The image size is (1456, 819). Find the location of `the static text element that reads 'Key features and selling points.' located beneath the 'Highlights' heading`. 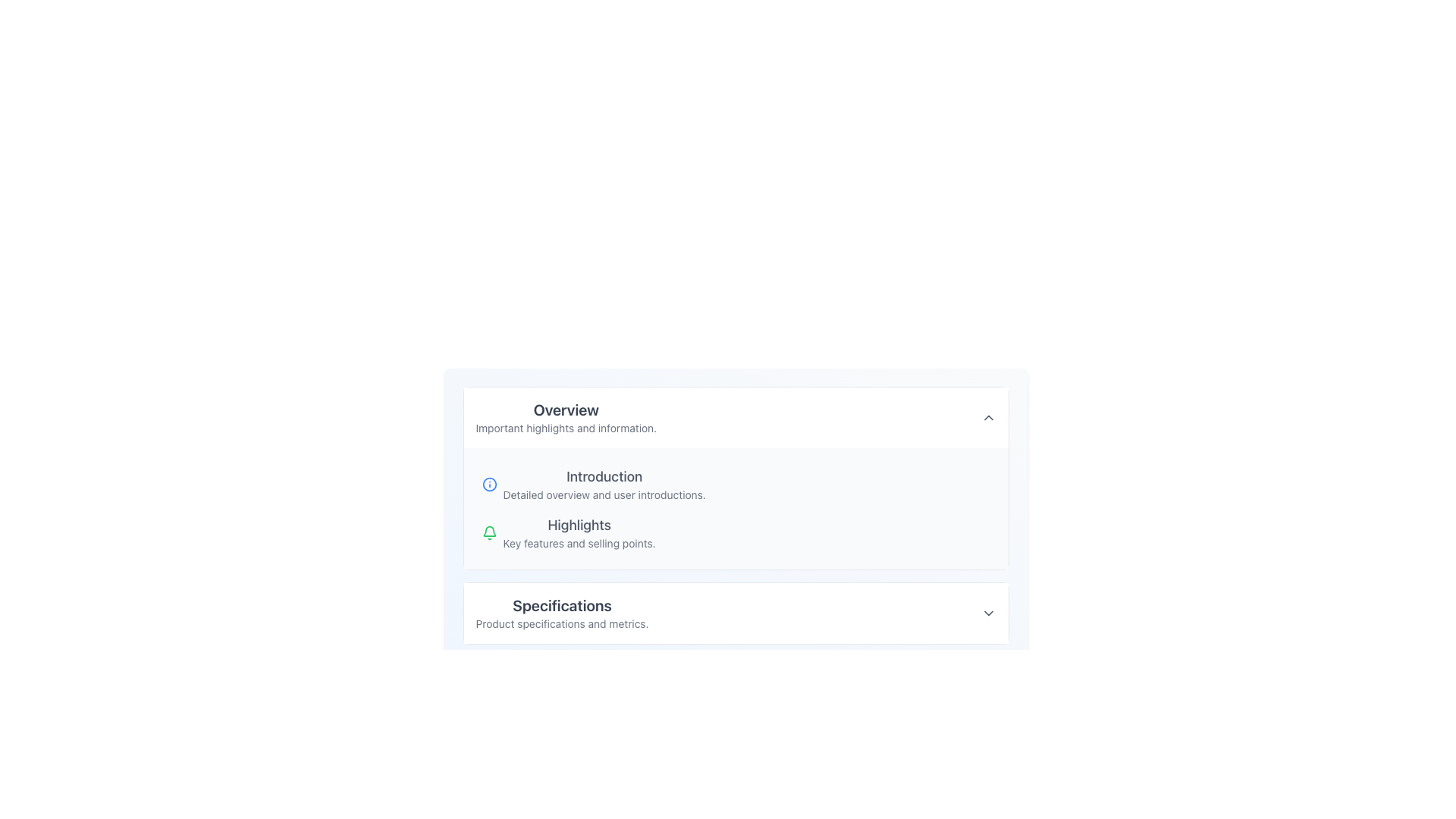

the static text element that reads 'Key features and selling points.' located beneath the 'Highlights' heading is located at coordinates (579, 543).